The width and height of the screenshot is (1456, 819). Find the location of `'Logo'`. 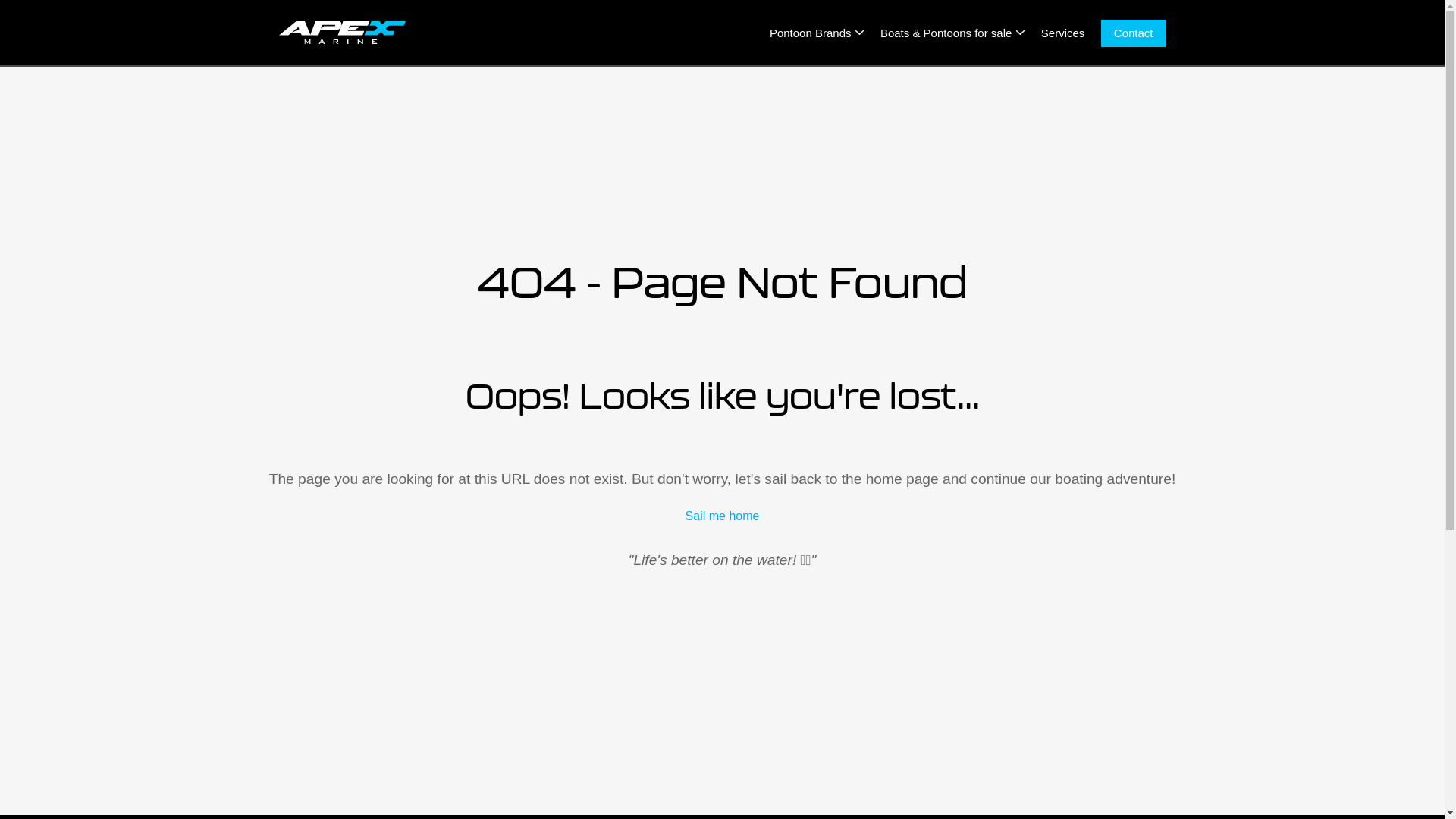

'Logo' is located at coordinates (341, 32).